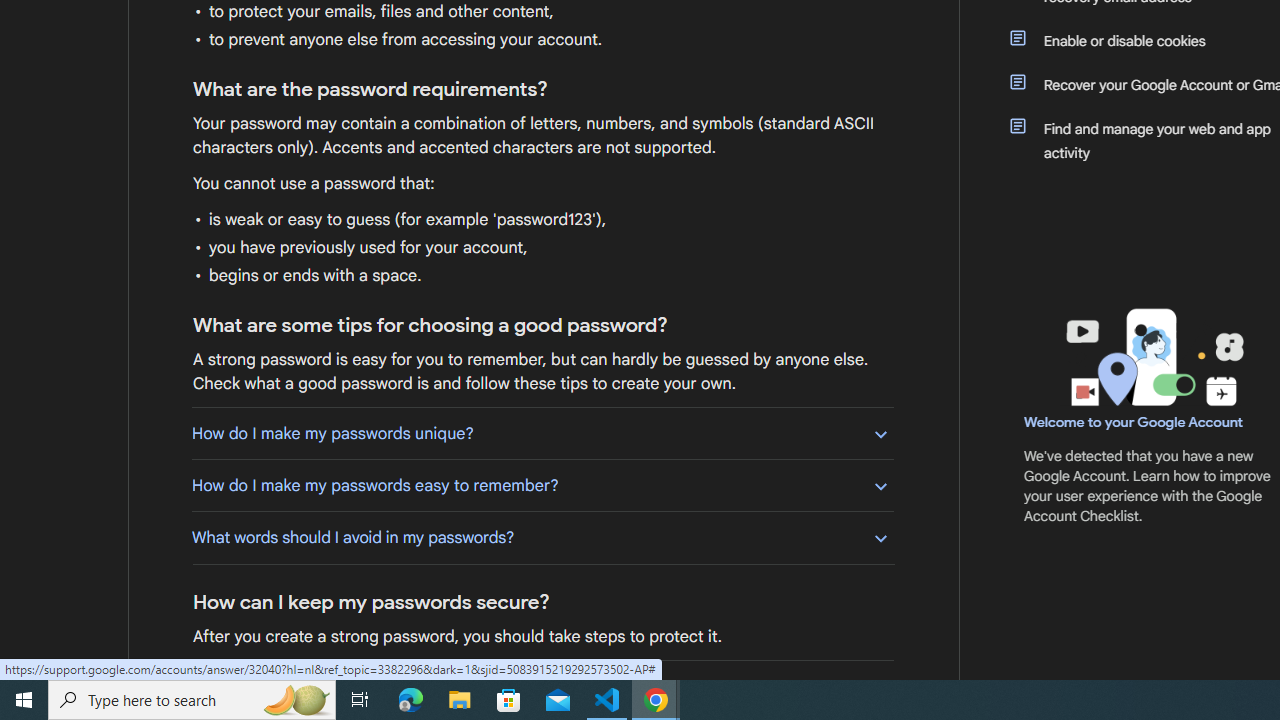  Describe the element at coordinates (1152, 356) in the screenshot. I see `'Learning Center home page image'` at that location.